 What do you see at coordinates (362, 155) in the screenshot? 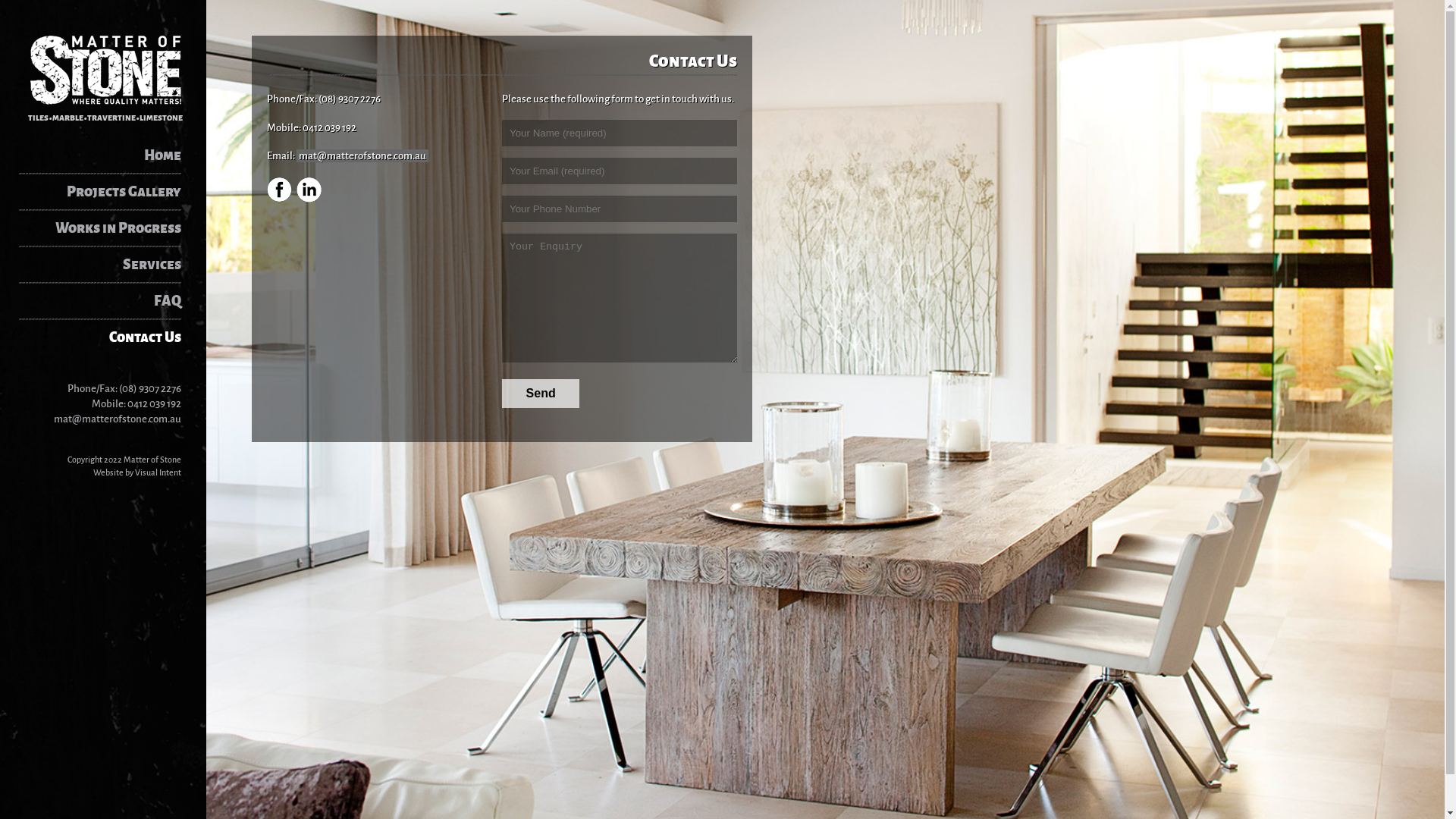
I see `'mat@matterofstone.com.au'` at bounding box center [362, 155].